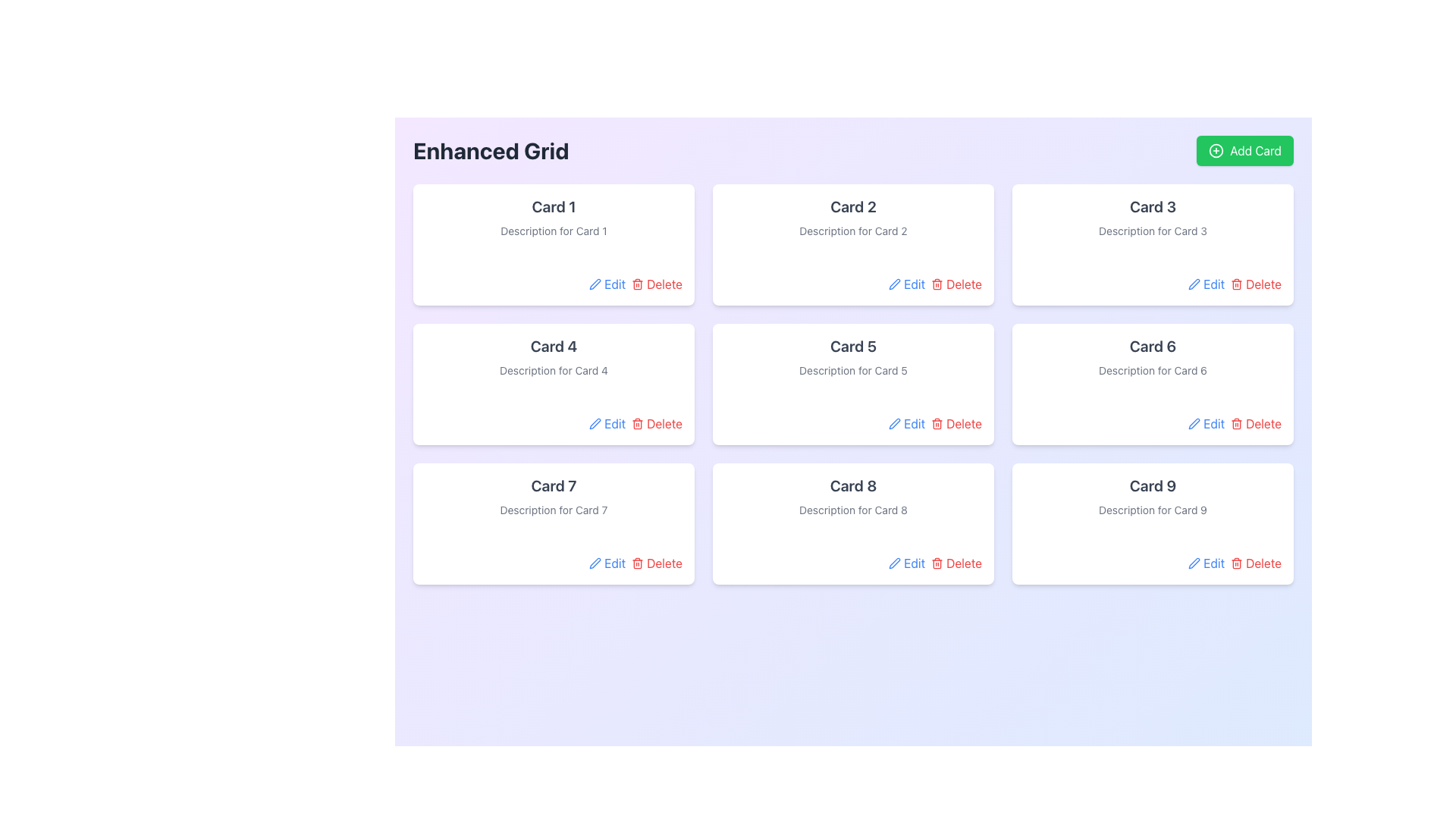  Describe the element at coordinates (1256, 563) in the screenshot. I see `the delete button located at the bottom-right corner of Card 9` at that location.